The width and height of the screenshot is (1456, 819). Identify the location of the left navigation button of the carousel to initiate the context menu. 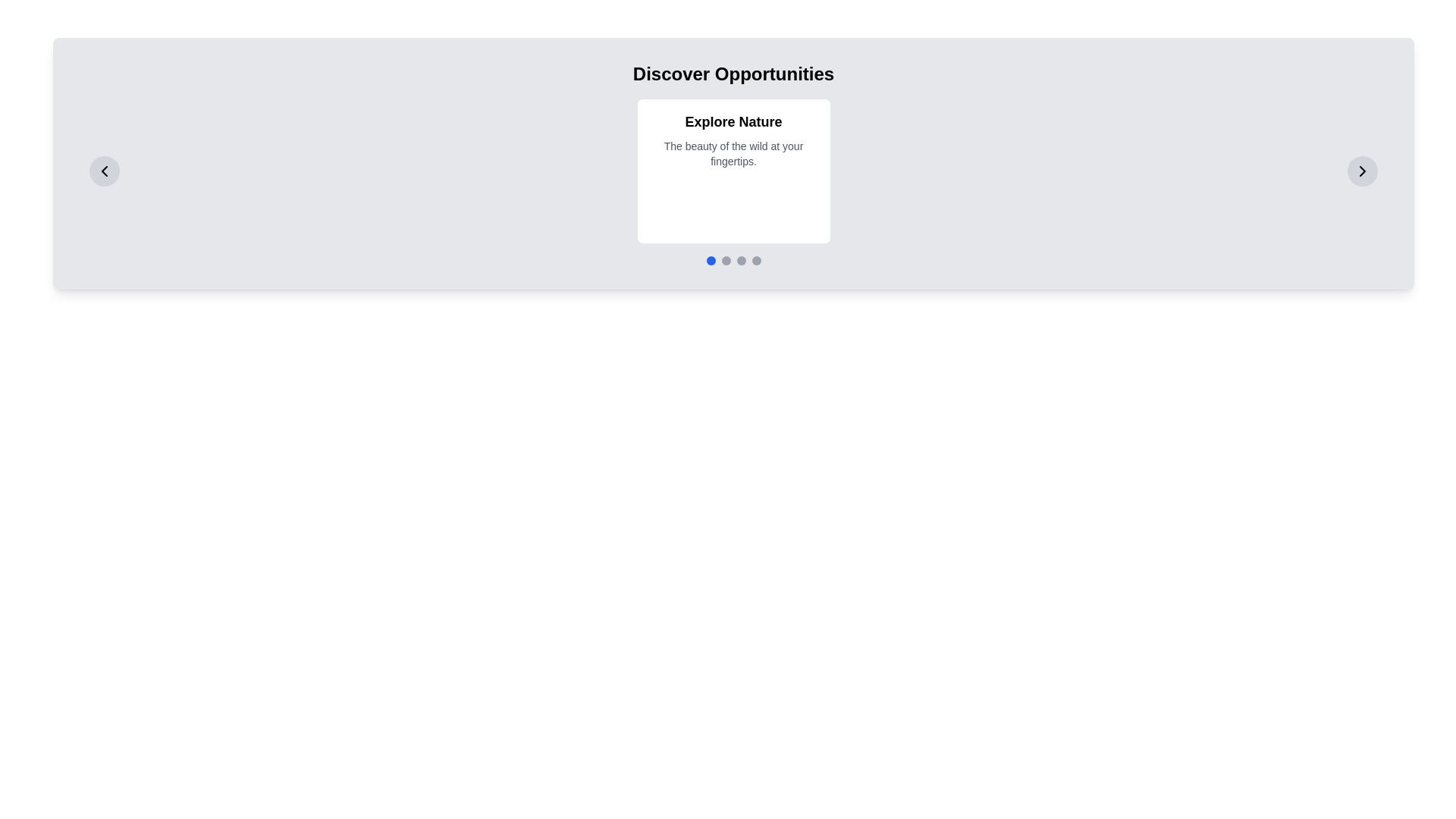
(104, 171).